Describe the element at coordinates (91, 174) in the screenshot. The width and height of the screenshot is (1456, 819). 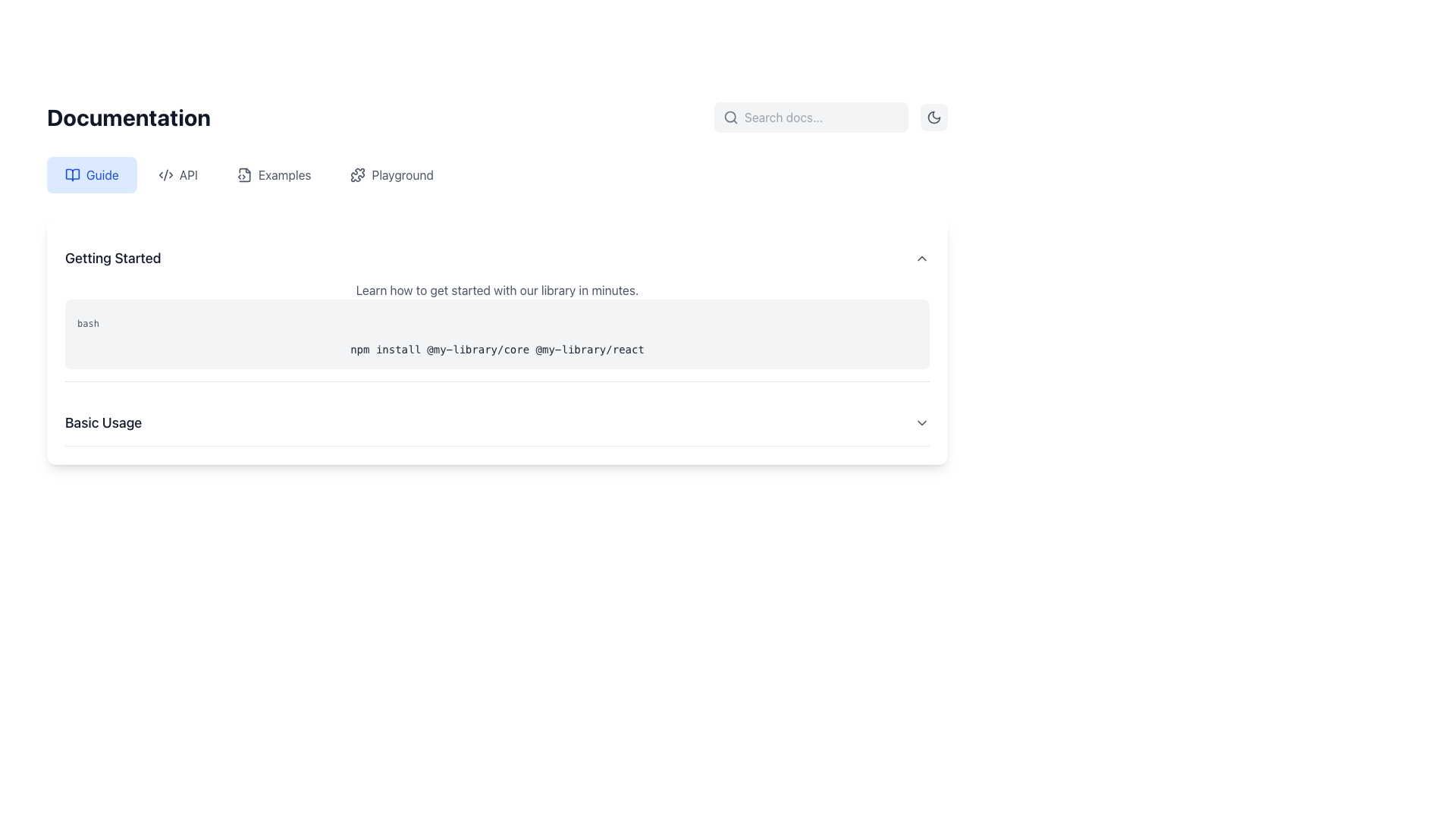
I see `the 'Guide' button located in the top navigation header, which is the leftmost button among similar items` at that location.